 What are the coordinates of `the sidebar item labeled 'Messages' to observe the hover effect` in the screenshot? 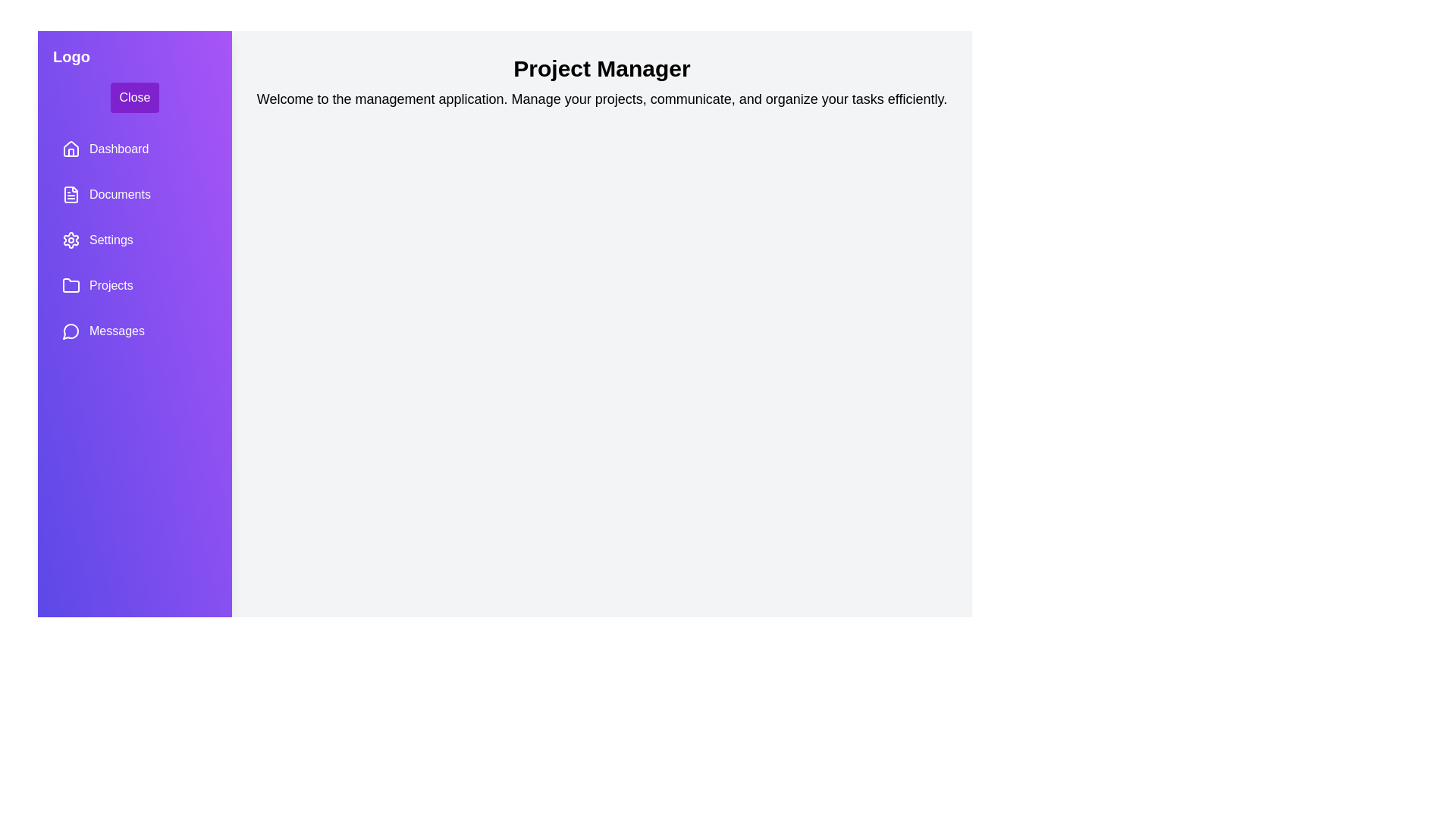 It's located at (134, 330).